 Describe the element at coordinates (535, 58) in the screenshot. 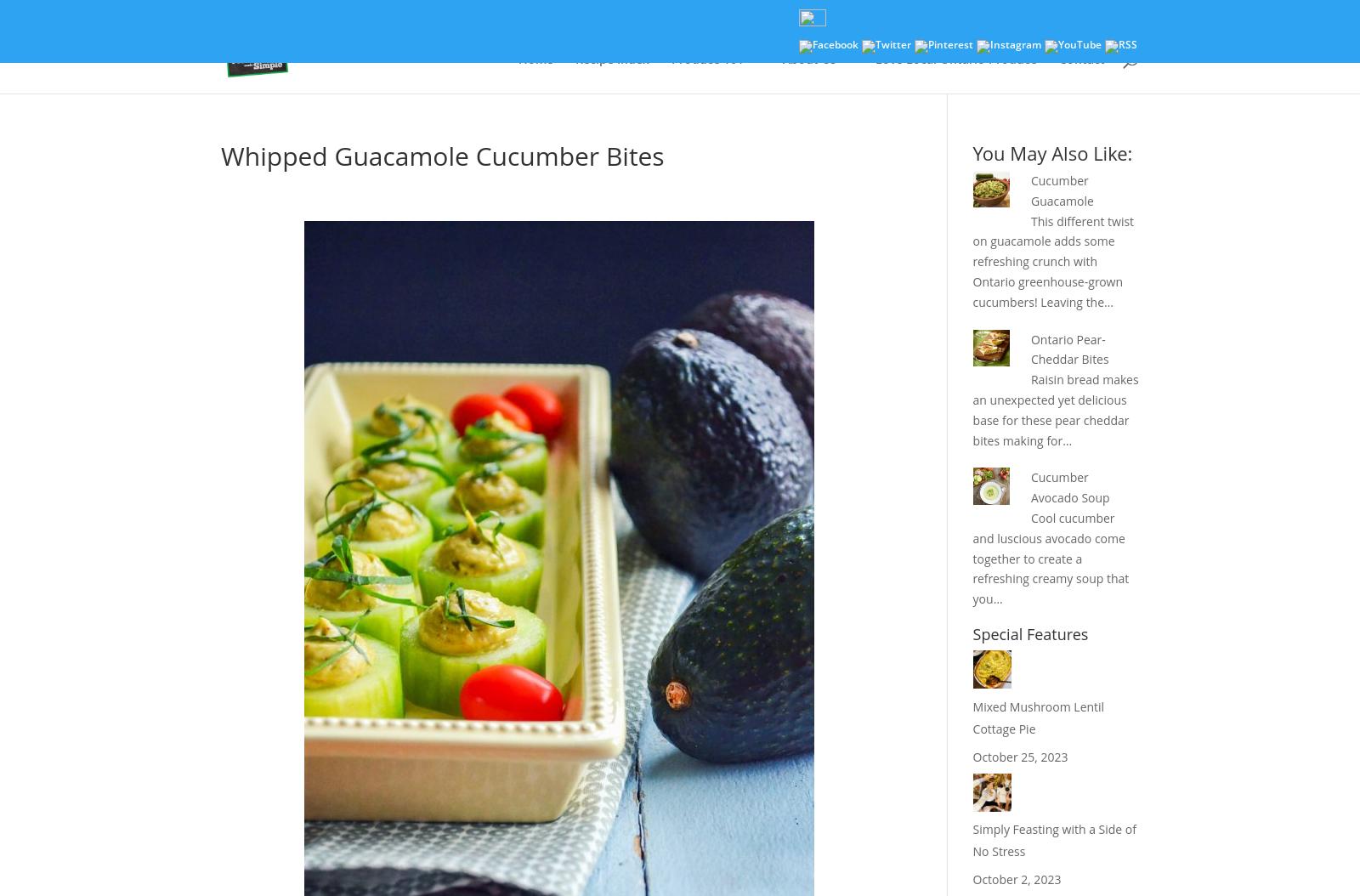

I see `'Home'` at that location.